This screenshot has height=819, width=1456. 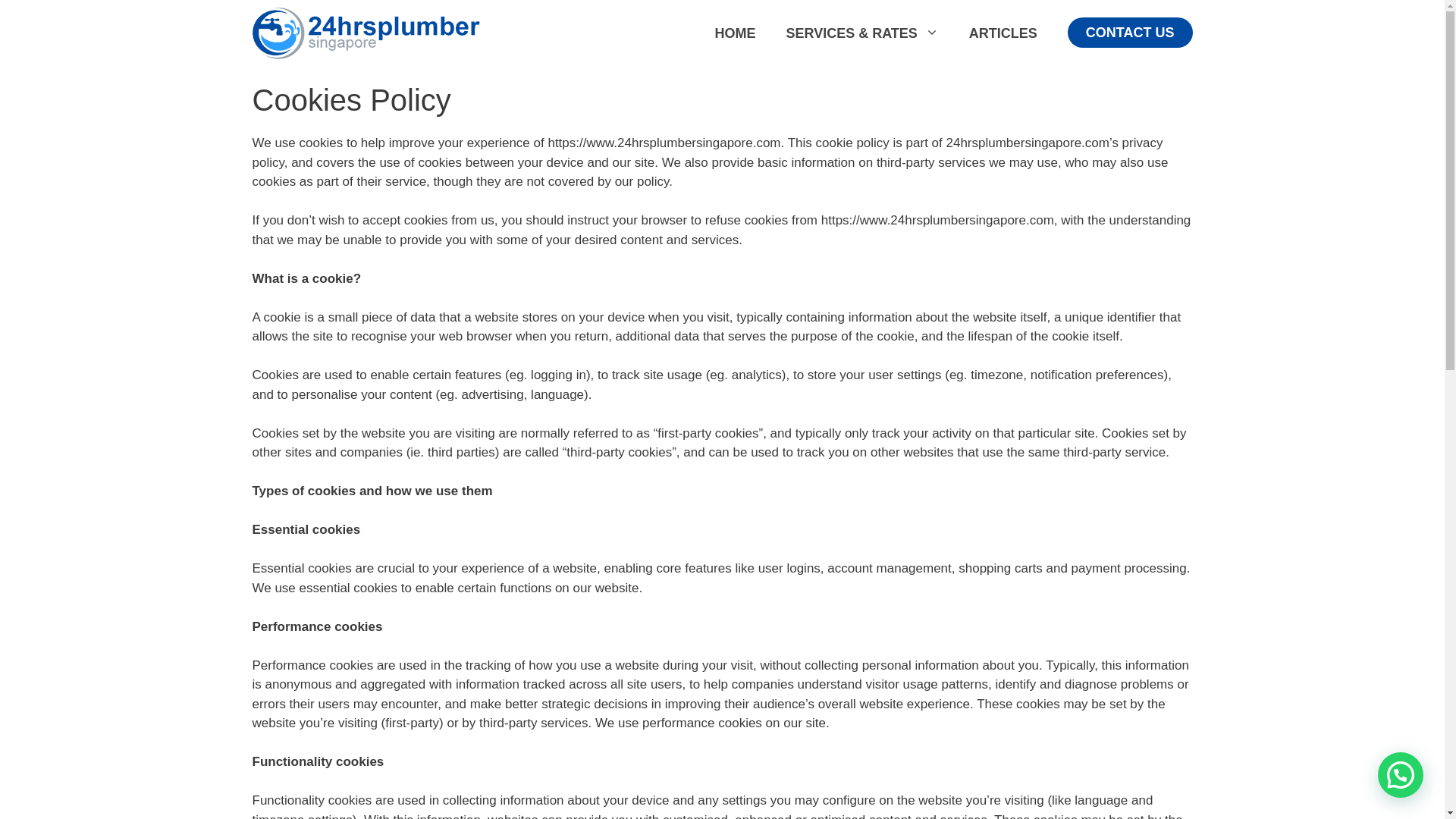 What do you see at coordinates (952, 33) in the screenshot?
I see `'ARTICLES'` at bounding box center [952, 33].